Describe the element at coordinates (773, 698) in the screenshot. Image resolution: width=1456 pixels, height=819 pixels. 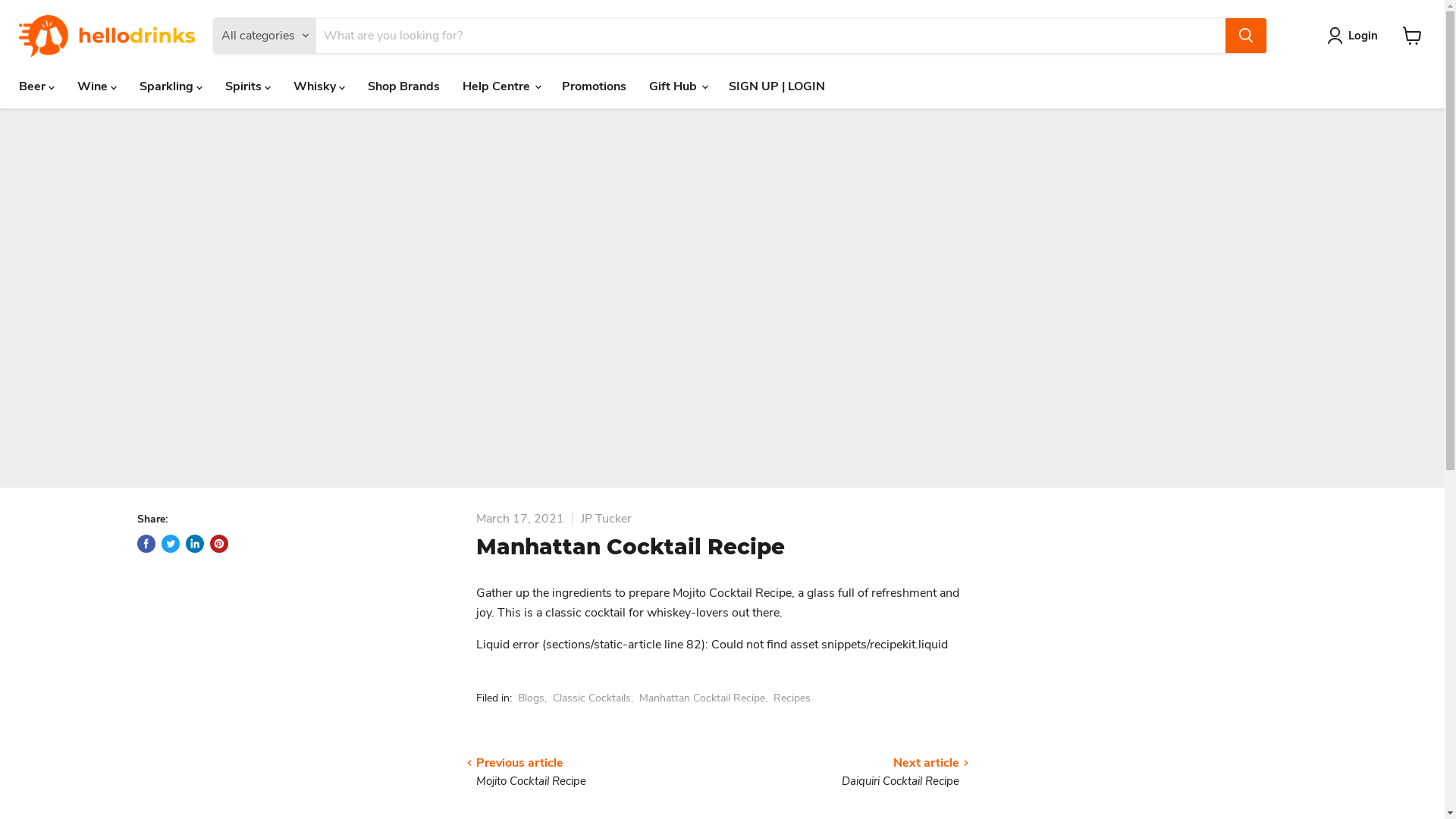
I see `'Recipes'` at that location.